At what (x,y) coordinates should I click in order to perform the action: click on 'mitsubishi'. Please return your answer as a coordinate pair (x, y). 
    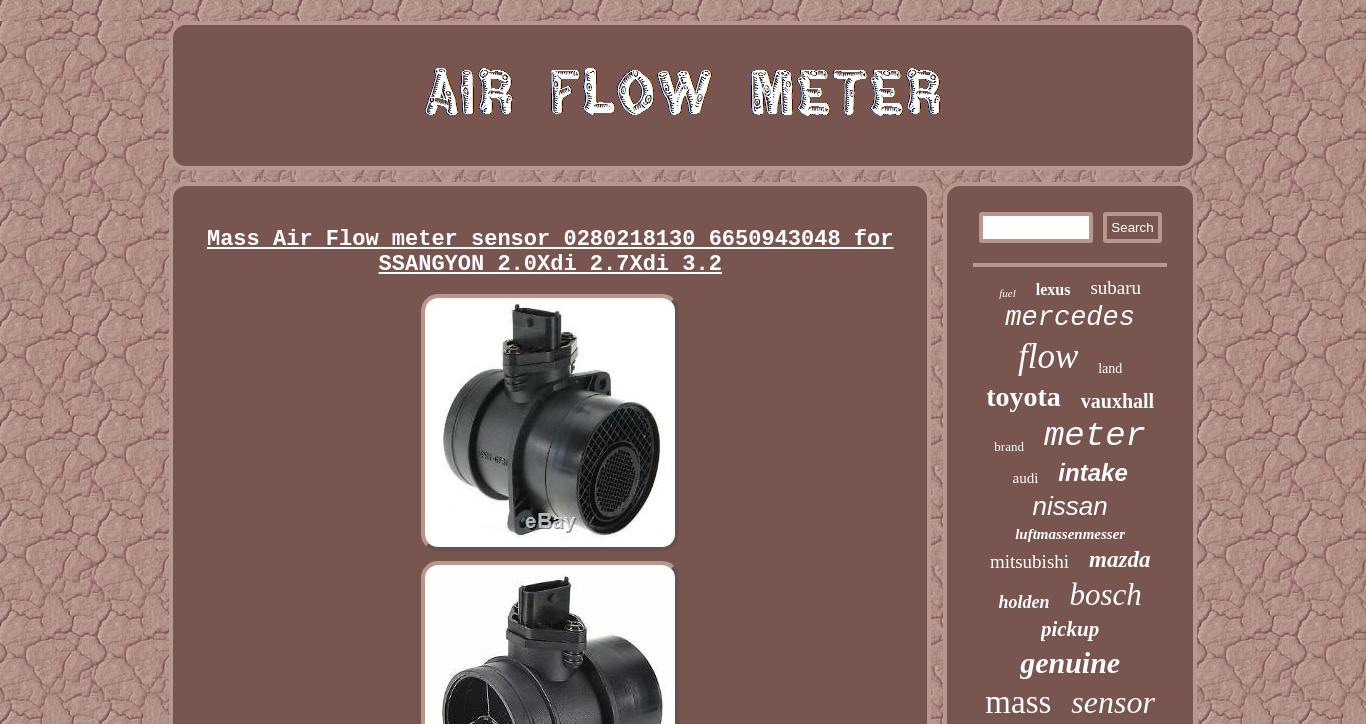
    Looking at the image, I should click on (1028, 561).